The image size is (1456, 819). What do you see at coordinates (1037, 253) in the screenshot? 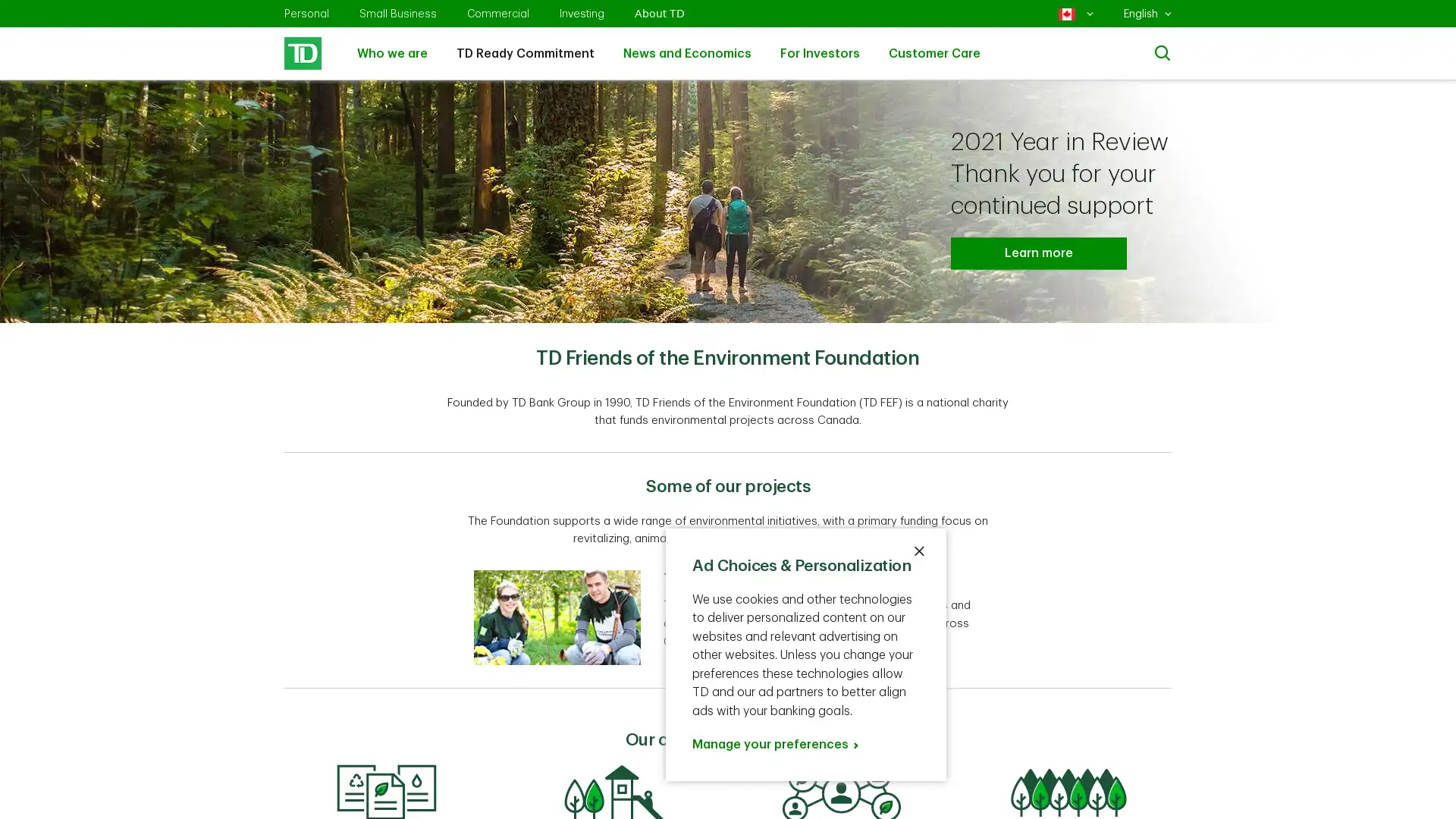
I see `Learn more` at bounding box center [1037, 253].